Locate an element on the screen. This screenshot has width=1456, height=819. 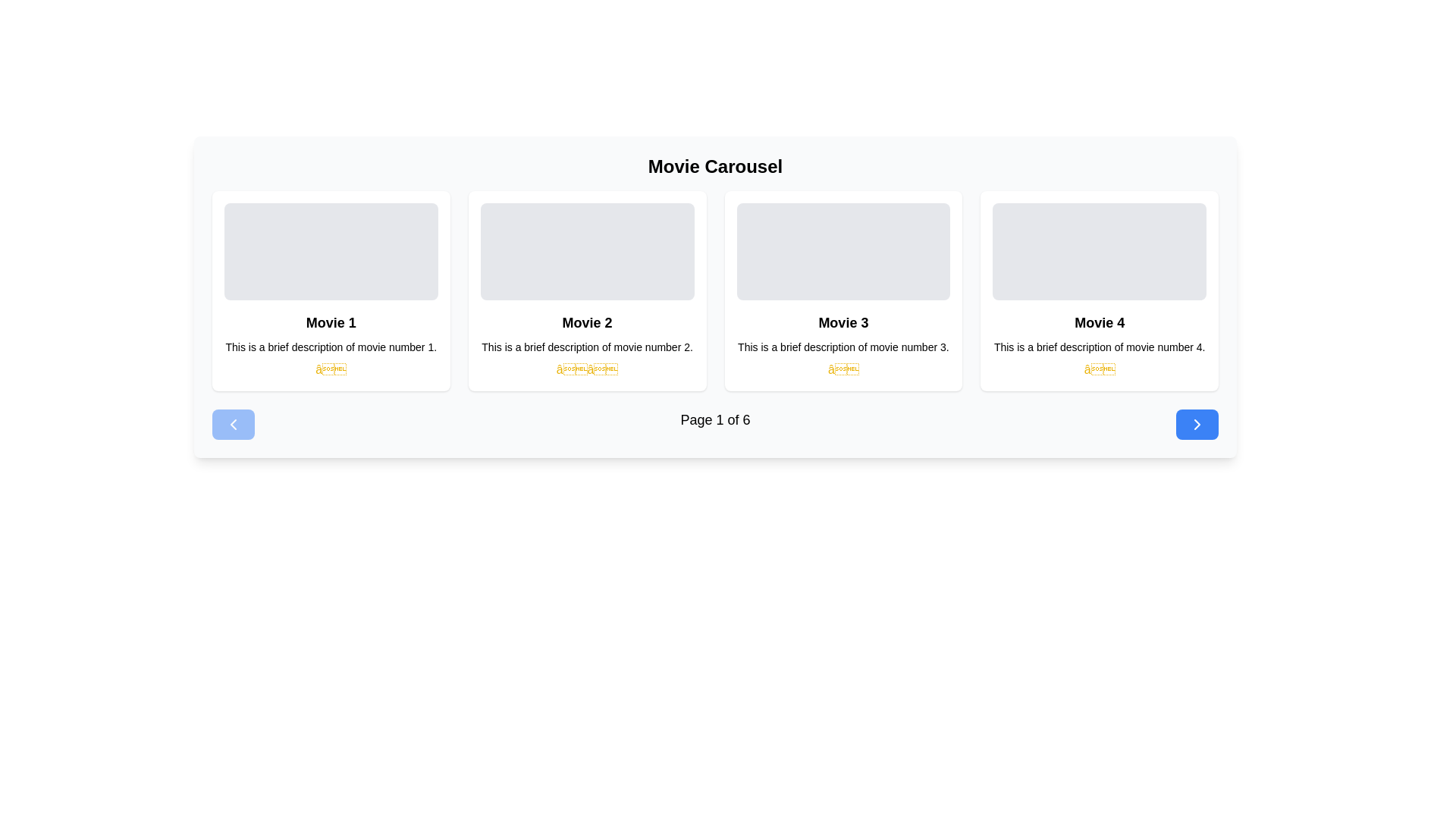
text content of the descriptive summary label for the movie 'Movie 4' located within the fourth item of the carousel view, positioned directly below the title is located at coordinates (1100, 347).